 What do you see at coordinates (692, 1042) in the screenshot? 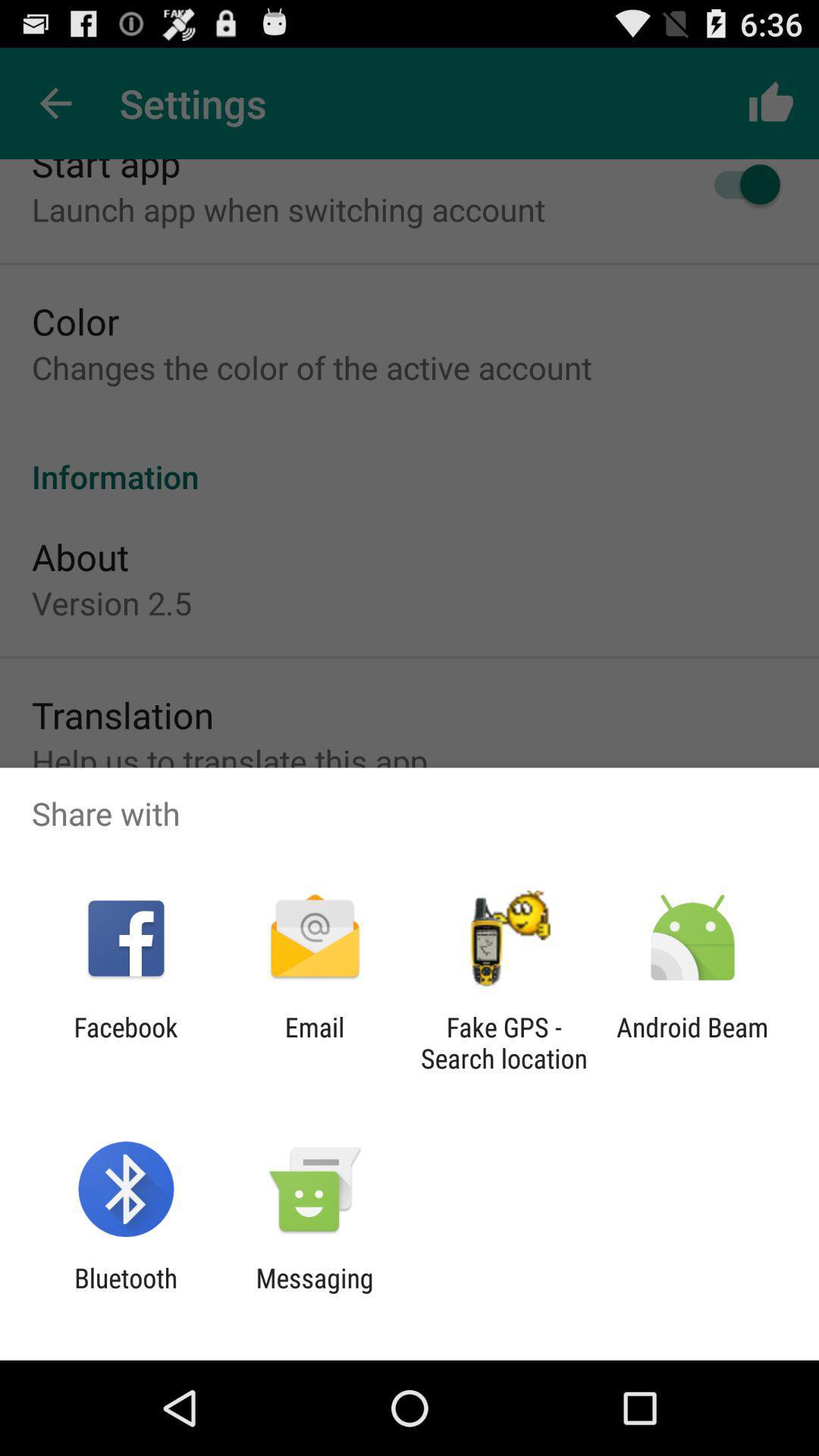
I see `the app at the bottom right corner` at bounding box center [692, 1042].